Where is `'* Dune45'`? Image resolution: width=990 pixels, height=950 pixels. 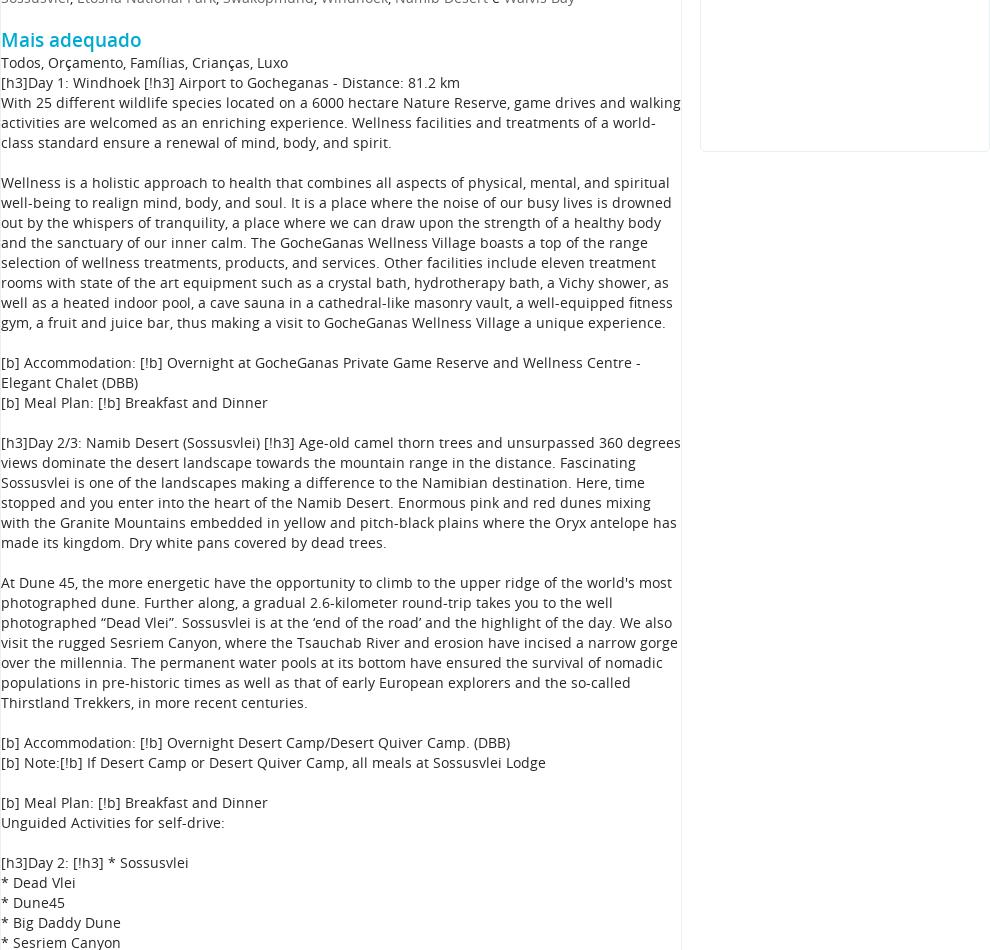 '* Dune45' is located at coordinates (31, 901).